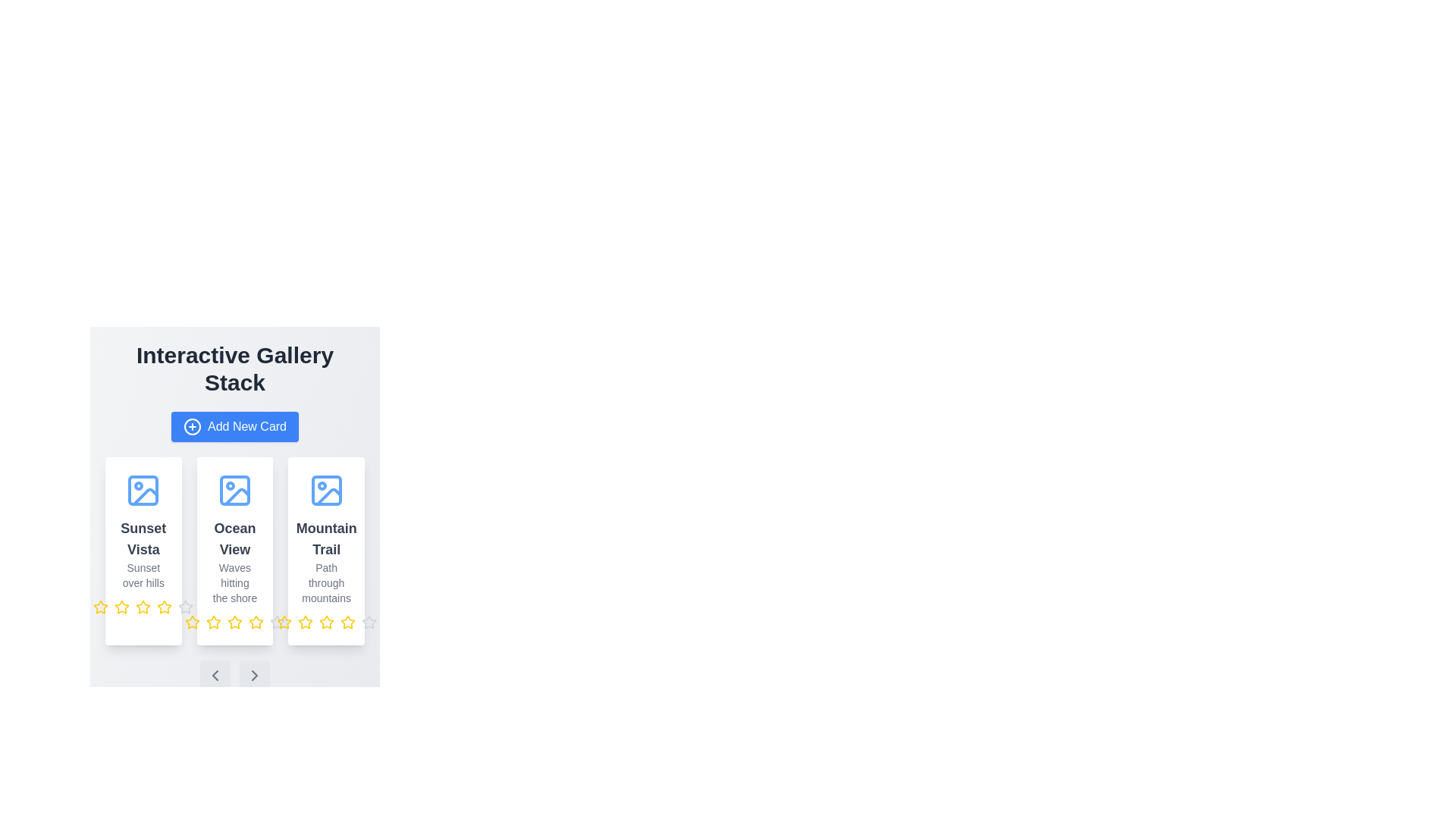  What do you see at coordinates (185, 606) in the screenshot?
I see `the second star-shaped icon in the row beneath the 'Sunset Vista' title, which is styled in a light gray tone` at bounding box center [185, 606].